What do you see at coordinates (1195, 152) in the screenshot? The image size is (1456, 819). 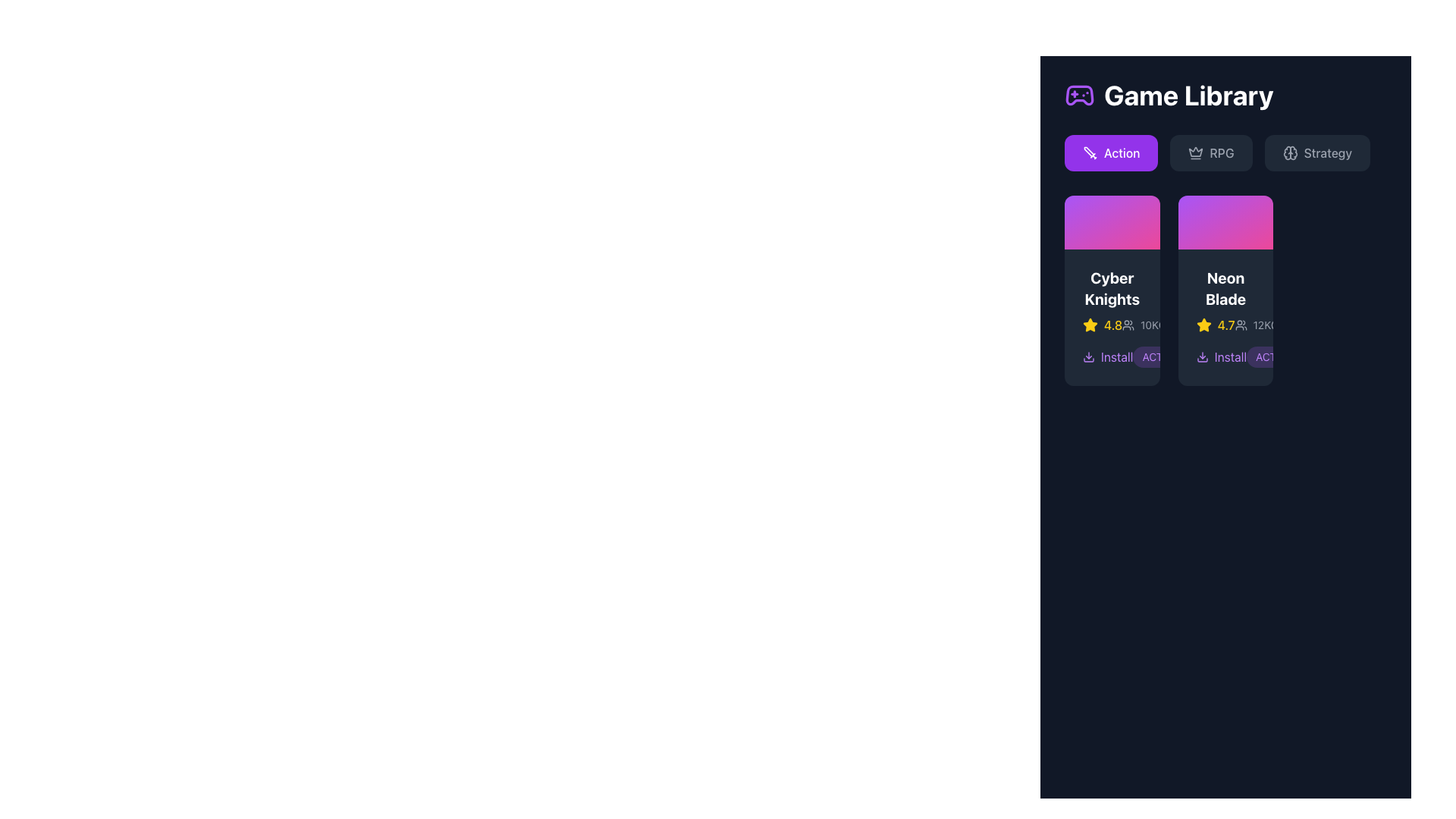 I see `the non-interactive crown icon located to the left of the 'RPG' text label within the 'Game Library' section` at bounding box center [1195, 152].